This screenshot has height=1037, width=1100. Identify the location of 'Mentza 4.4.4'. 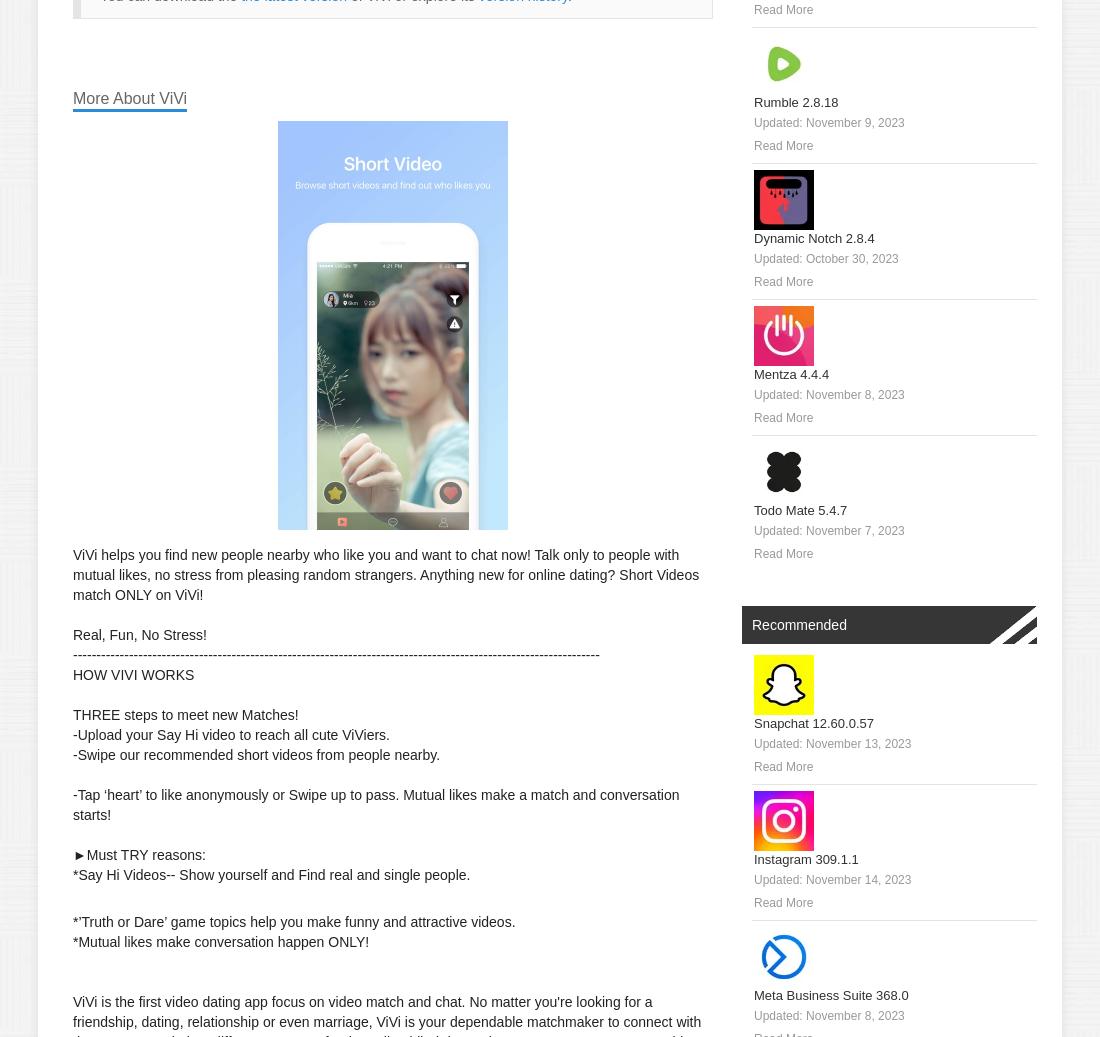
(753, 373).